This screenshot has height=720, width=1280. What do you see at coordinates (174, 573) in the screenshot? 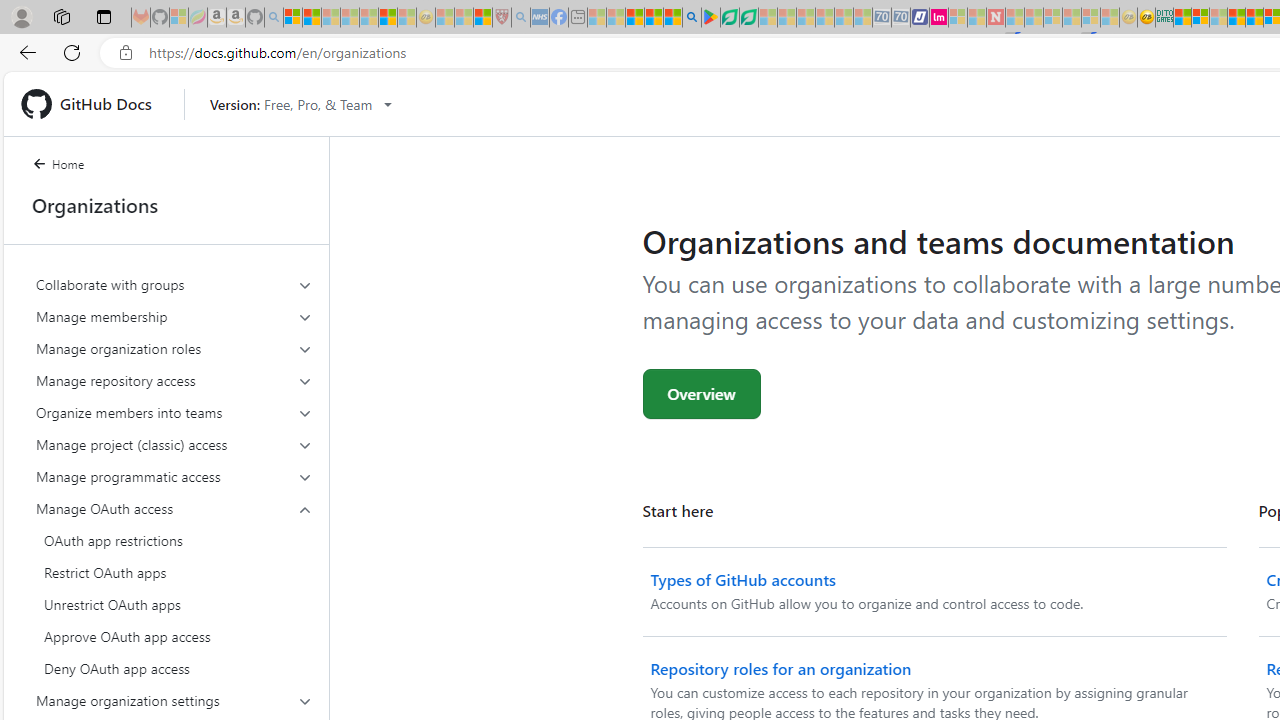
I see `'Restrict OAuth apps'` at bounding box center [174, 573].